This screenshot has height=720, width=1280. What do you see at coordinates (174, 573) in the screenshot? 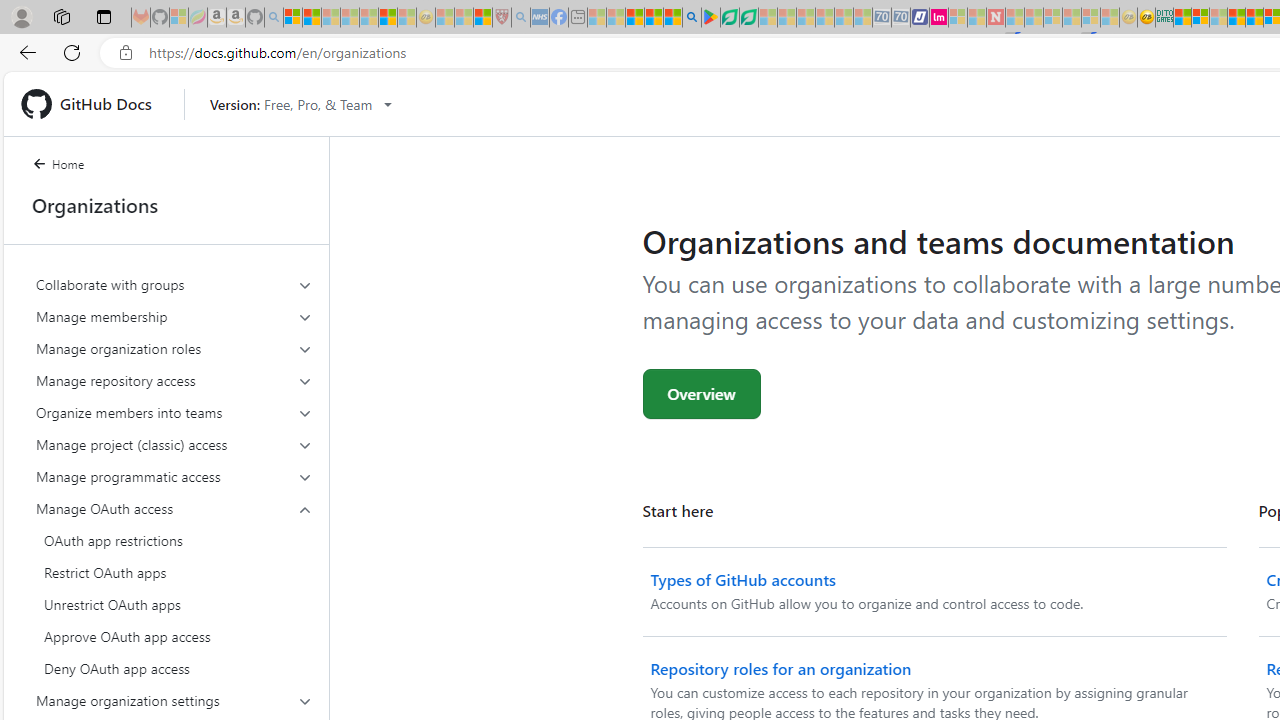
I see `'Restrict OAuth apps'` at bounding box center [174, 573].